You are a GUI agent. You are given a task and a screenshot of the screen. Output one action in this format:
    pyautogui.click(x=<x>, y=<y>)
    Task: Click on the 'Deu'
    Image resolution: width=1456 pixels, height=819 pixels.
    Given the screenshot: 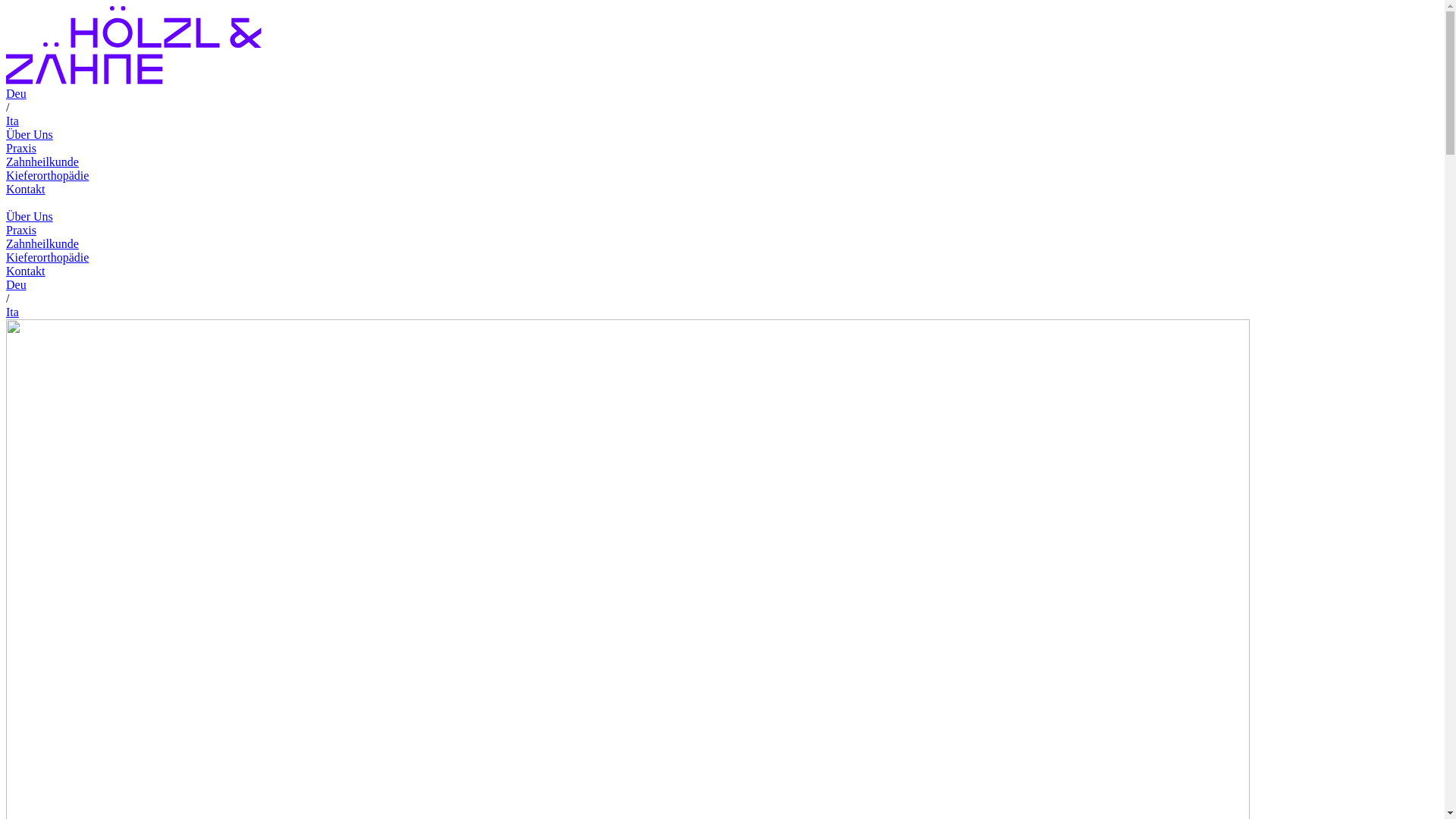 What is the action you would take?
    pyautogui.click(x=16, y=284)
    